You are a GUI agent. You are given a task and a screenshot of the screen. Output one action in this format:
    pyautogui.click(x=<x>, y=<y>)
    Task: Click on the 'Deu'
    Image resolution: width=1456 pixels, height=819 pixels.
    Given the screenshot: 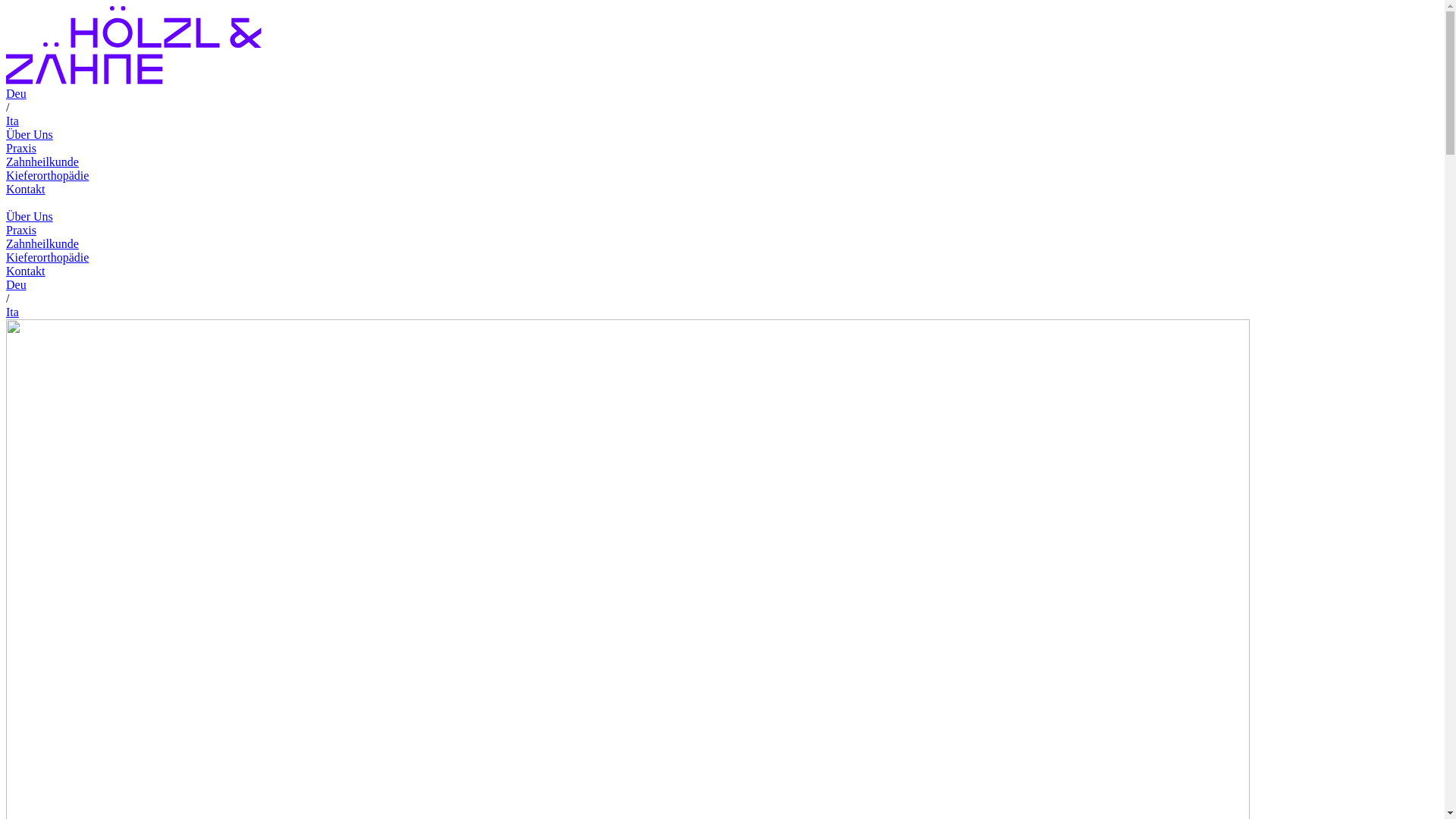 What is the action you would take?
    pyautogui.click(x=16, y=284)
    